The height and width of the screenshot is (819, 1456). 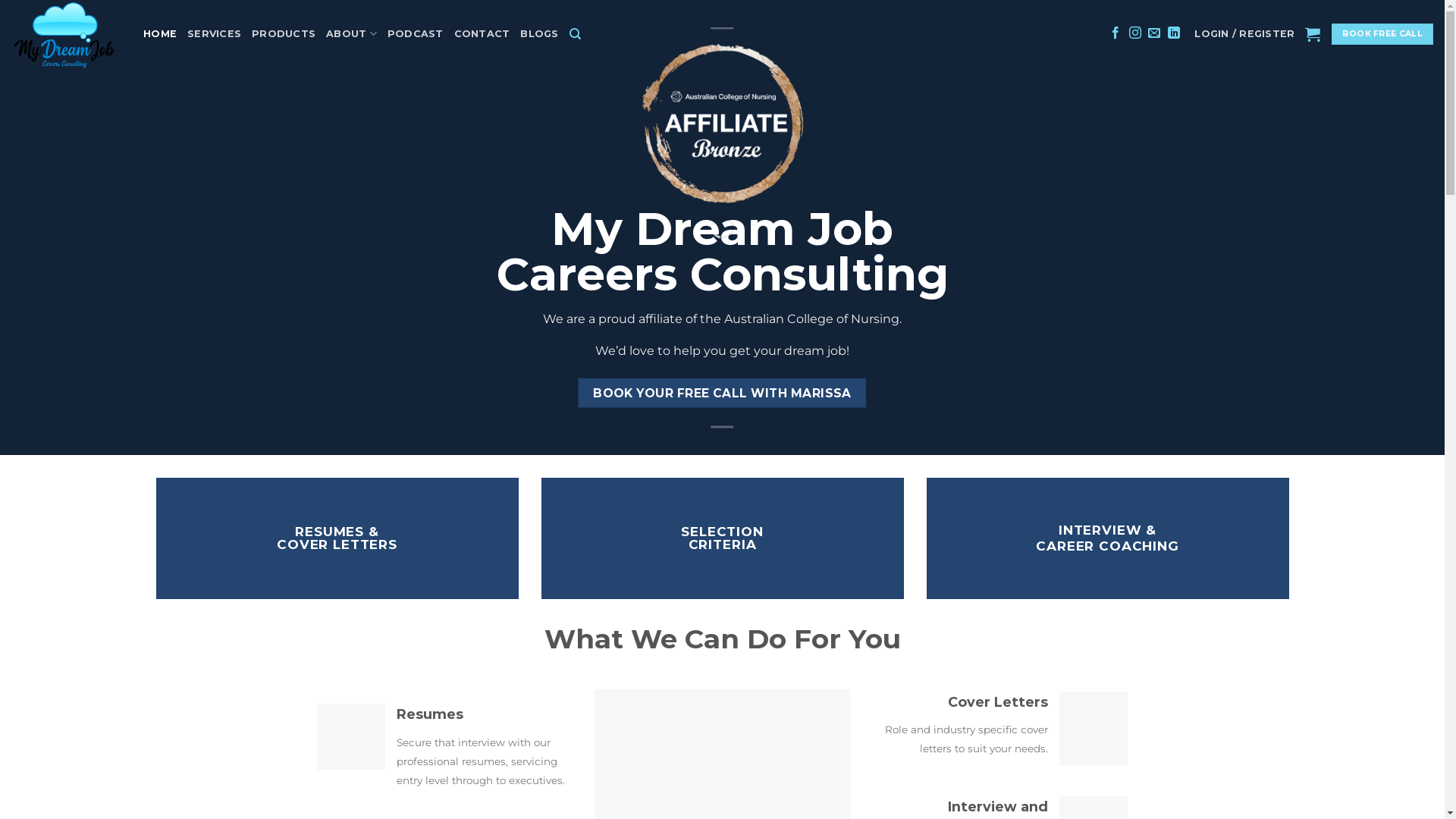 I want to click on 'INTERVIEW &', so click(x=1107, y=529).